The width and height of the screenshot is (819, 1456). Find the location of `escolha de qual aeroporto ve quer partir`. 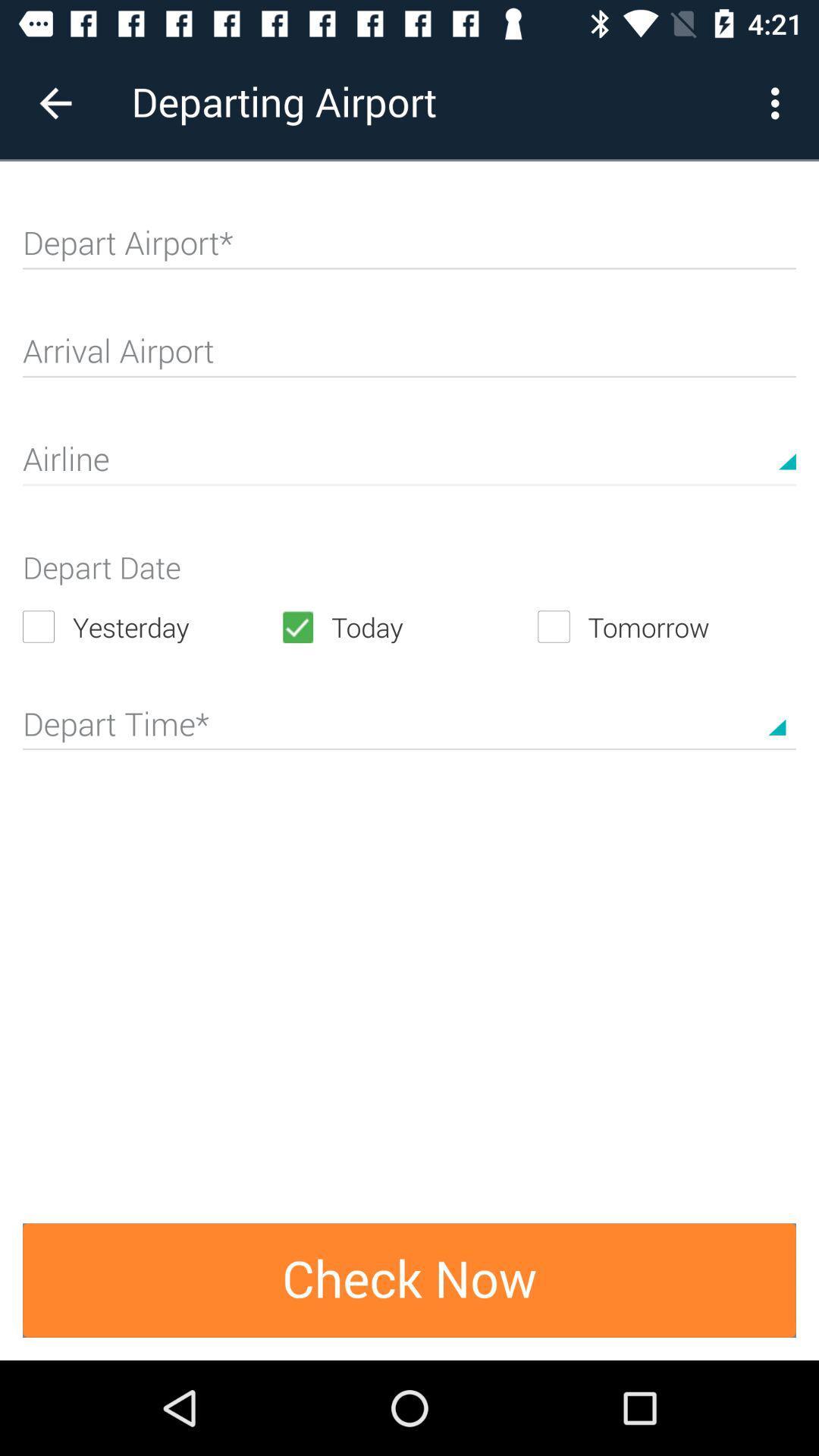

escolha de qual aeroporto ve quer partir is located at coordinates (409, 249).